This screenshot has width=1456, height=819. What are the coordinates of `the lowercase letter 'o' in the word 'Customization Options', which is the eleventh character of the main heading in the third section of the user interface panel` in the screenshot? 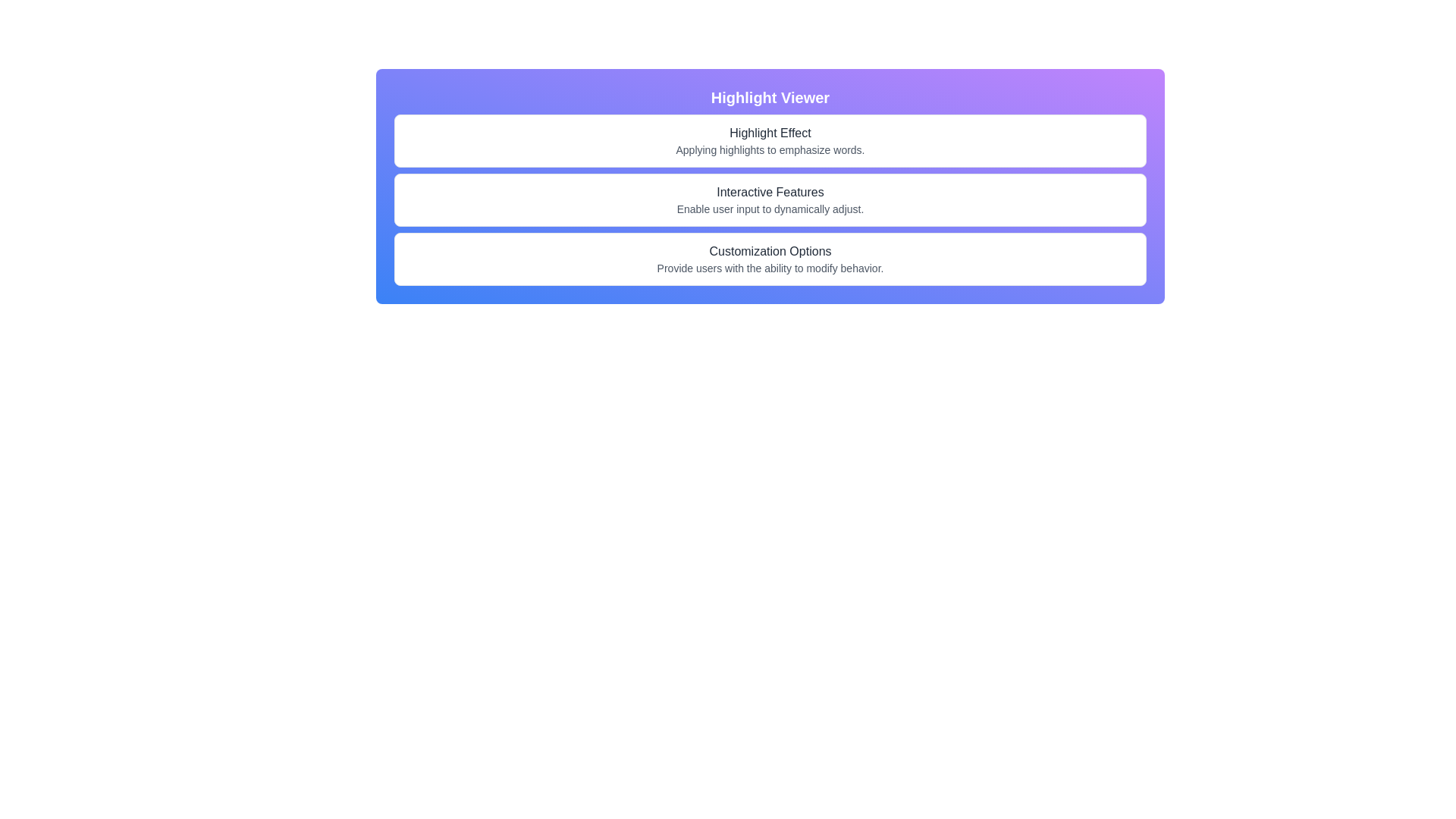 It's located at (776, 250).